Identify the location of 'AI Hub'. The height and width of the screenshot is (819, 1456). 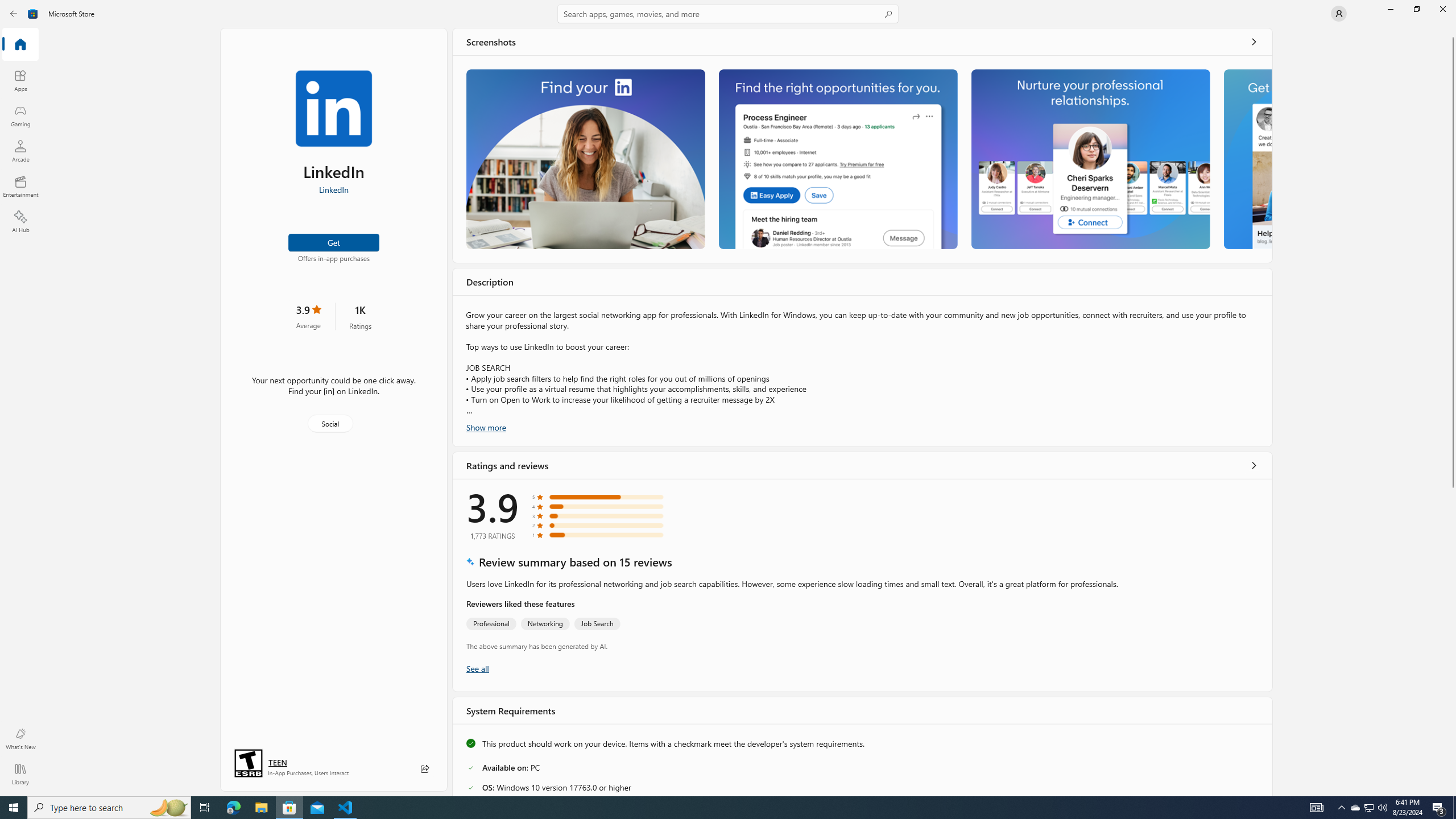
(19, 221).